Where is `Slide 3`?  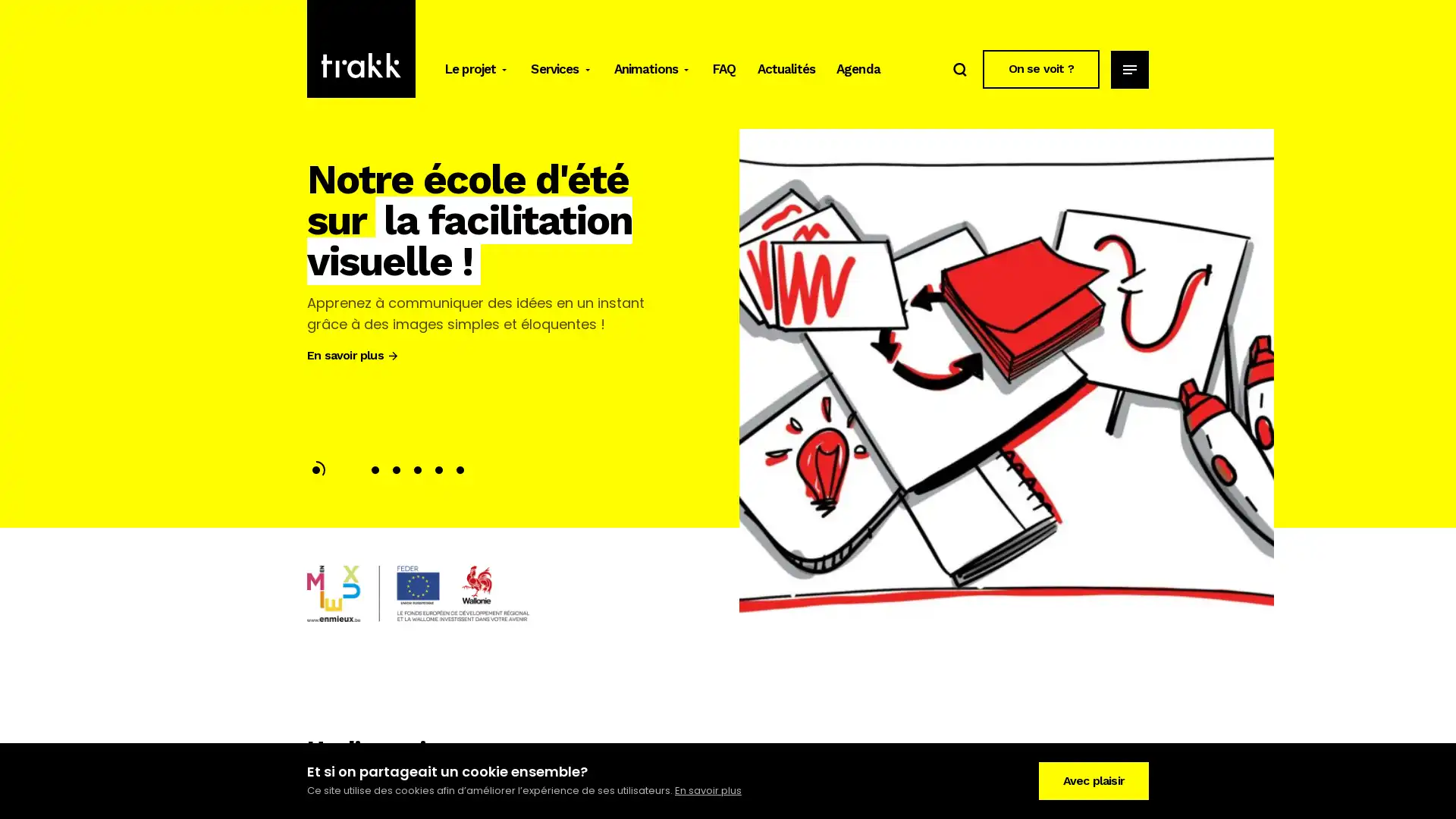
Slide 3 is located at coordinates (397, 469).